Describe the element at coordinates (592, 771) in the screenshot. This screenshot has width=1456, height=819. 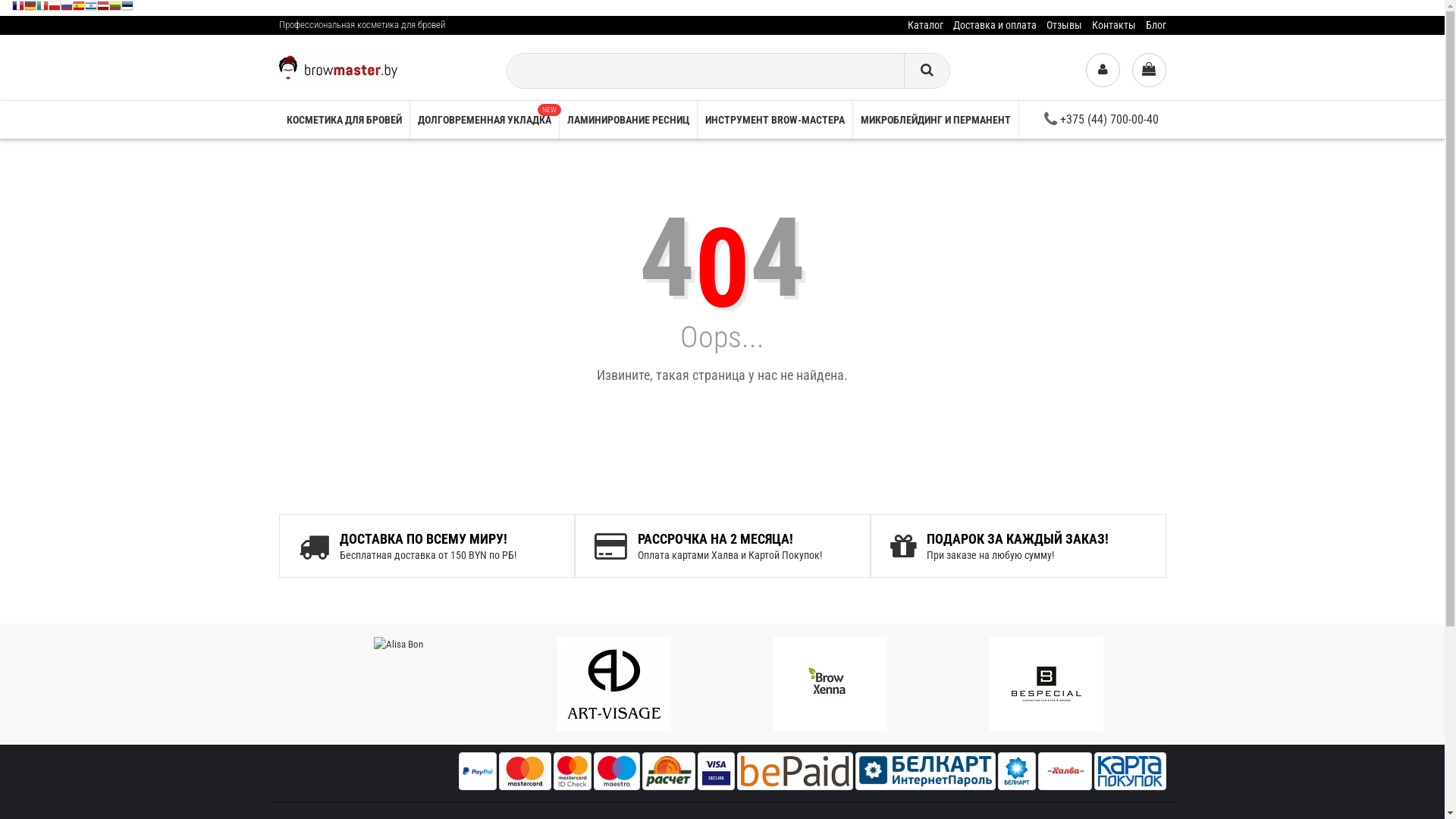
I see `'Maestro'` at that location.